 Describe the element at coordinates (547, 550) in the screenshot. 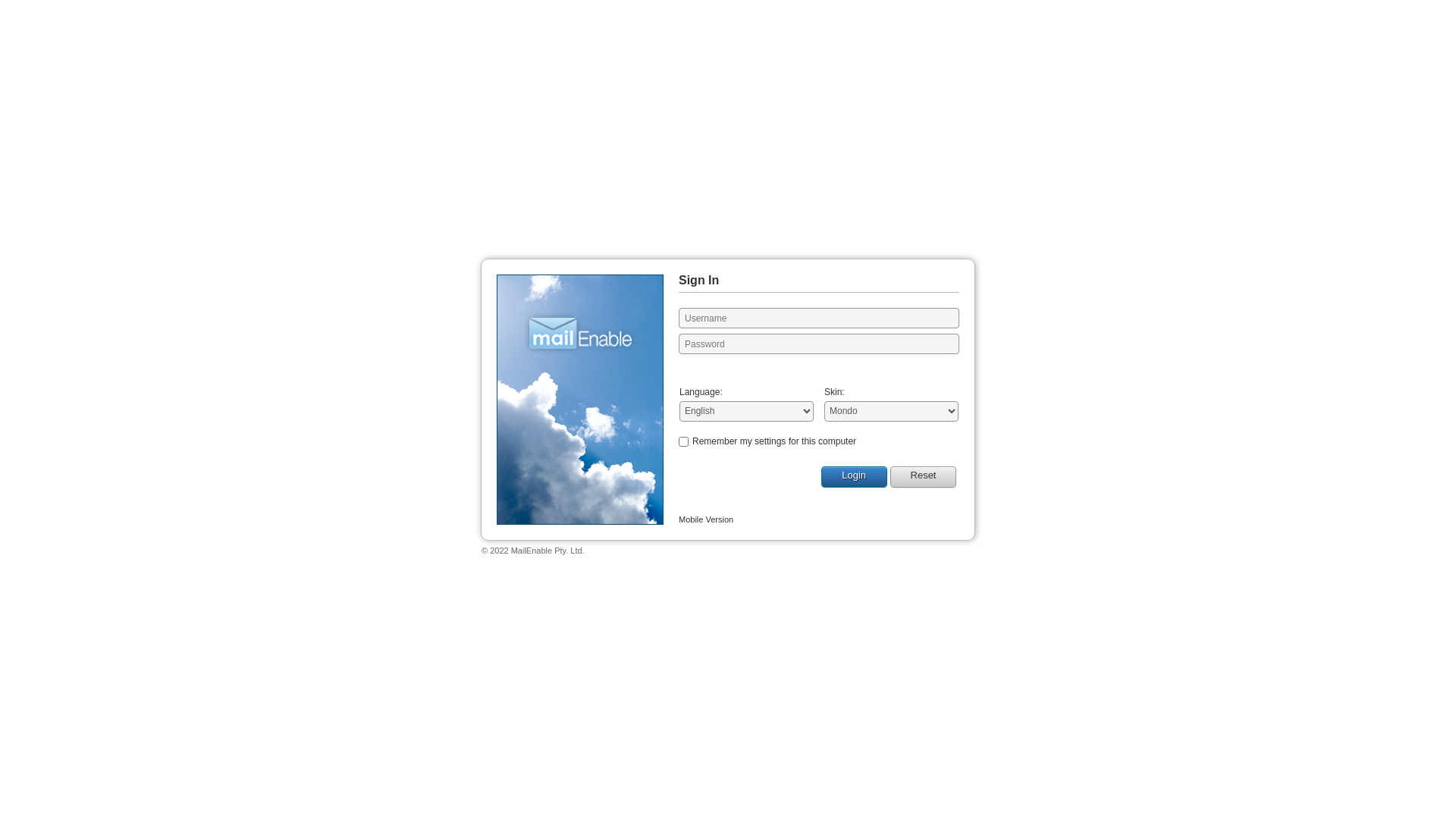

I see `'MailEnable Pty. Ltd.'` at that location.